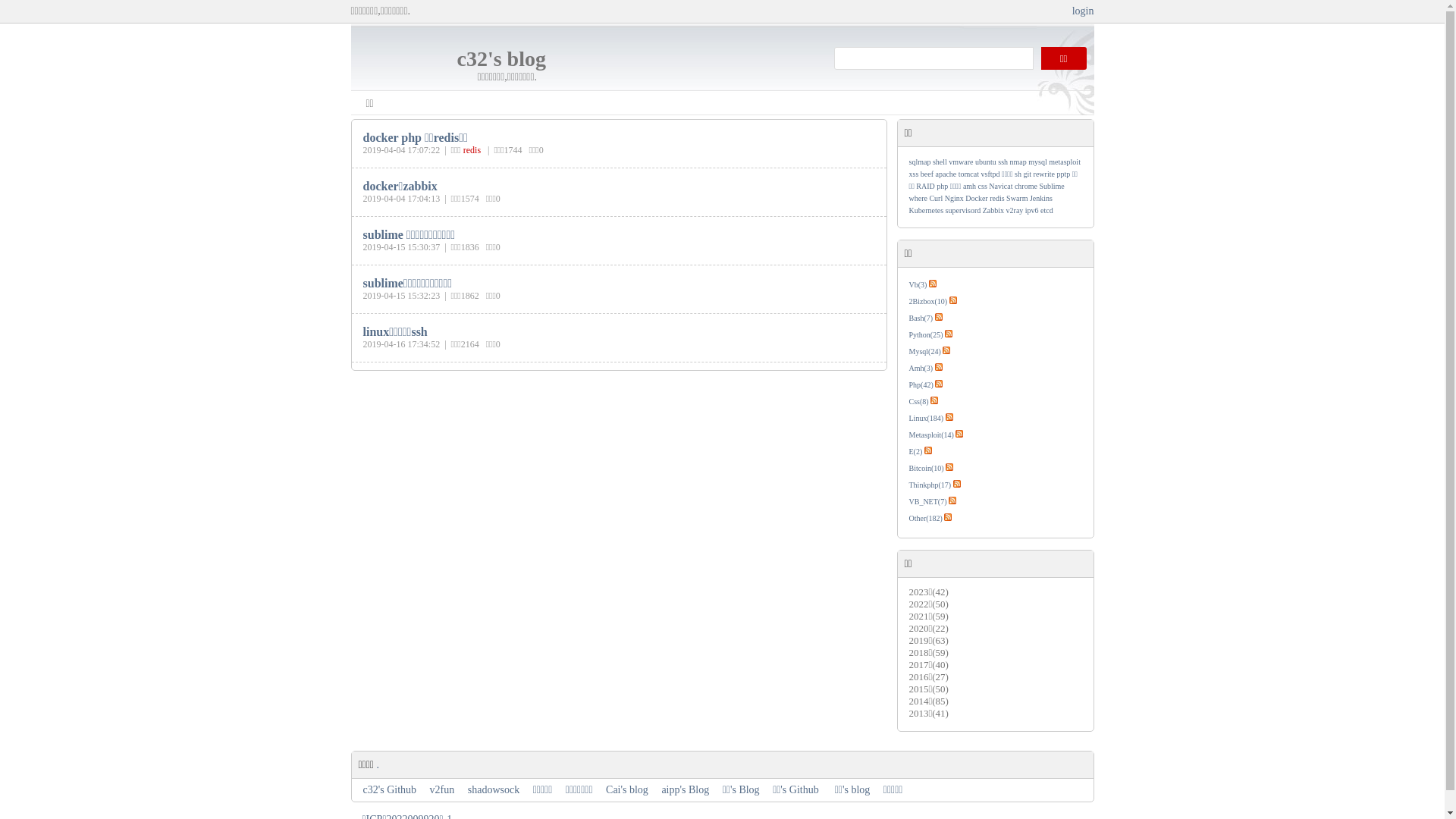 The image size is (1456, 819). Describe the element at coordinates (927, 301) in the screenshot. I see `'2Bizbox(10)'` at that location.